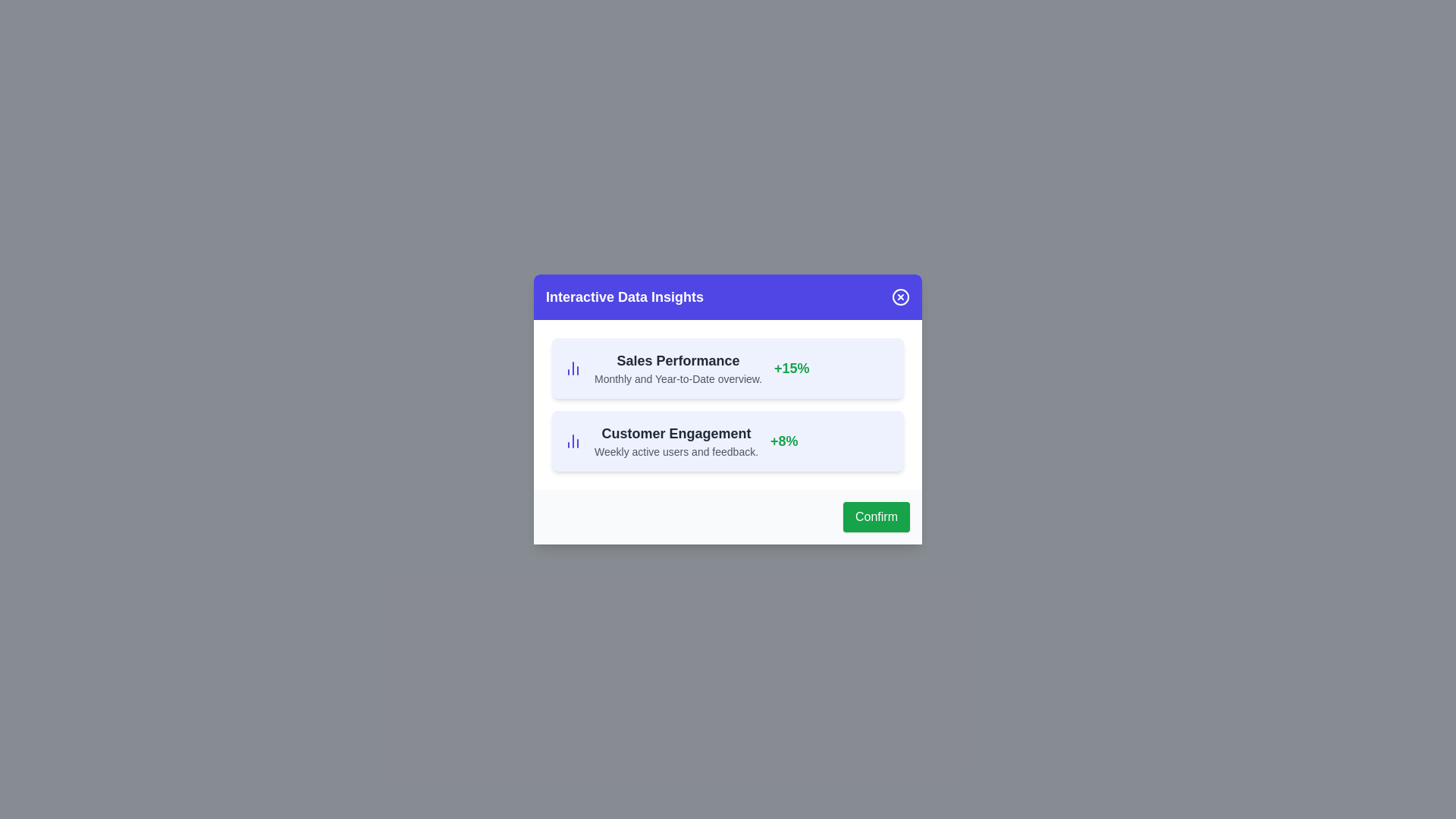 The height and width of the screenshot is (819, 1456). Describe the element at coordinates (877, 516) in the screenshot. I see `the confirm button to acknowledge the insights` at that location.